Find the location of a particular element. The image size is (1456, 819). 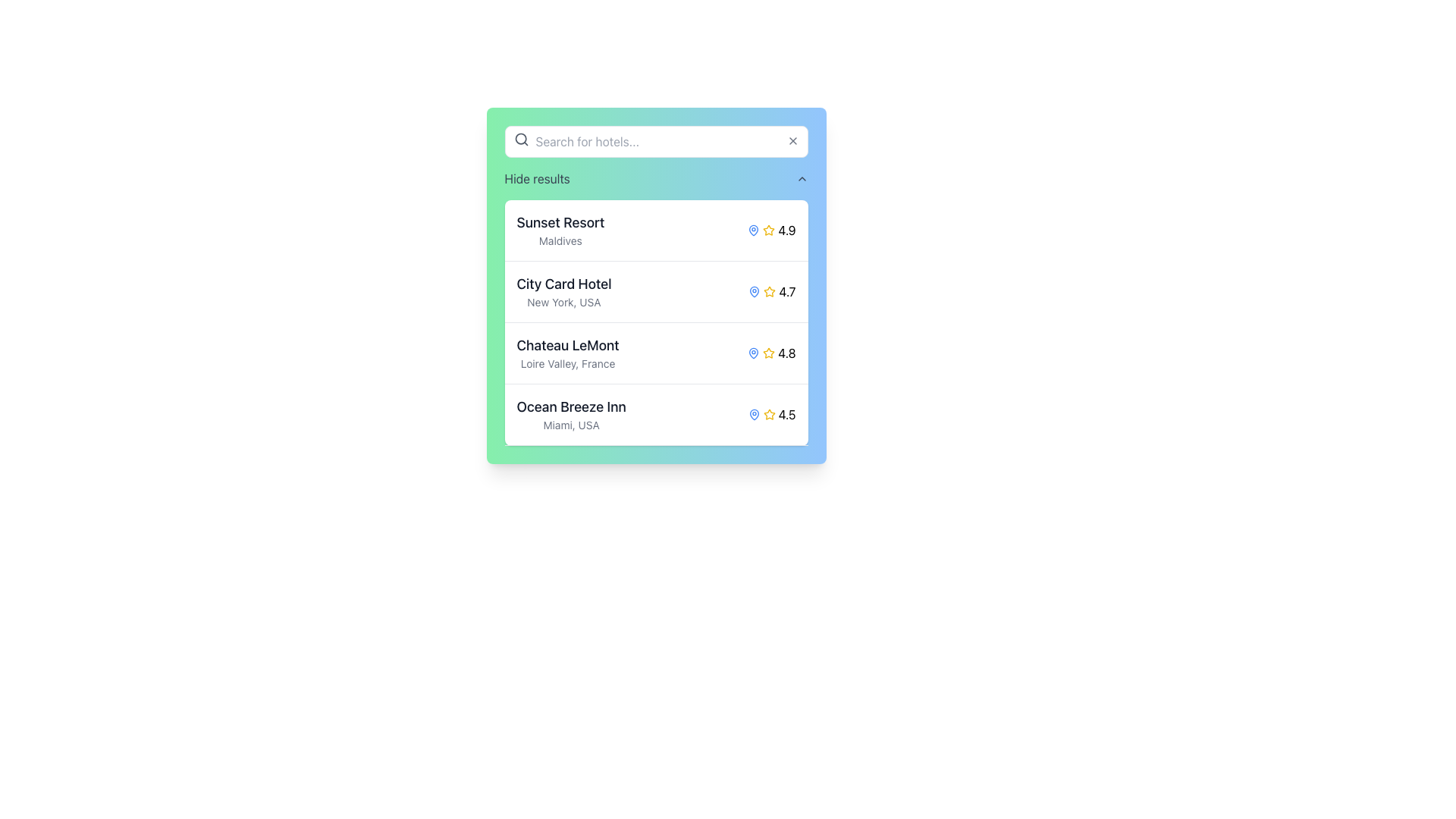

the pin icon located to the left of the rating score '4.8' for the entry 'Chateau LeMont, Loire Valley, France.' is located at coordinates (754, 353).